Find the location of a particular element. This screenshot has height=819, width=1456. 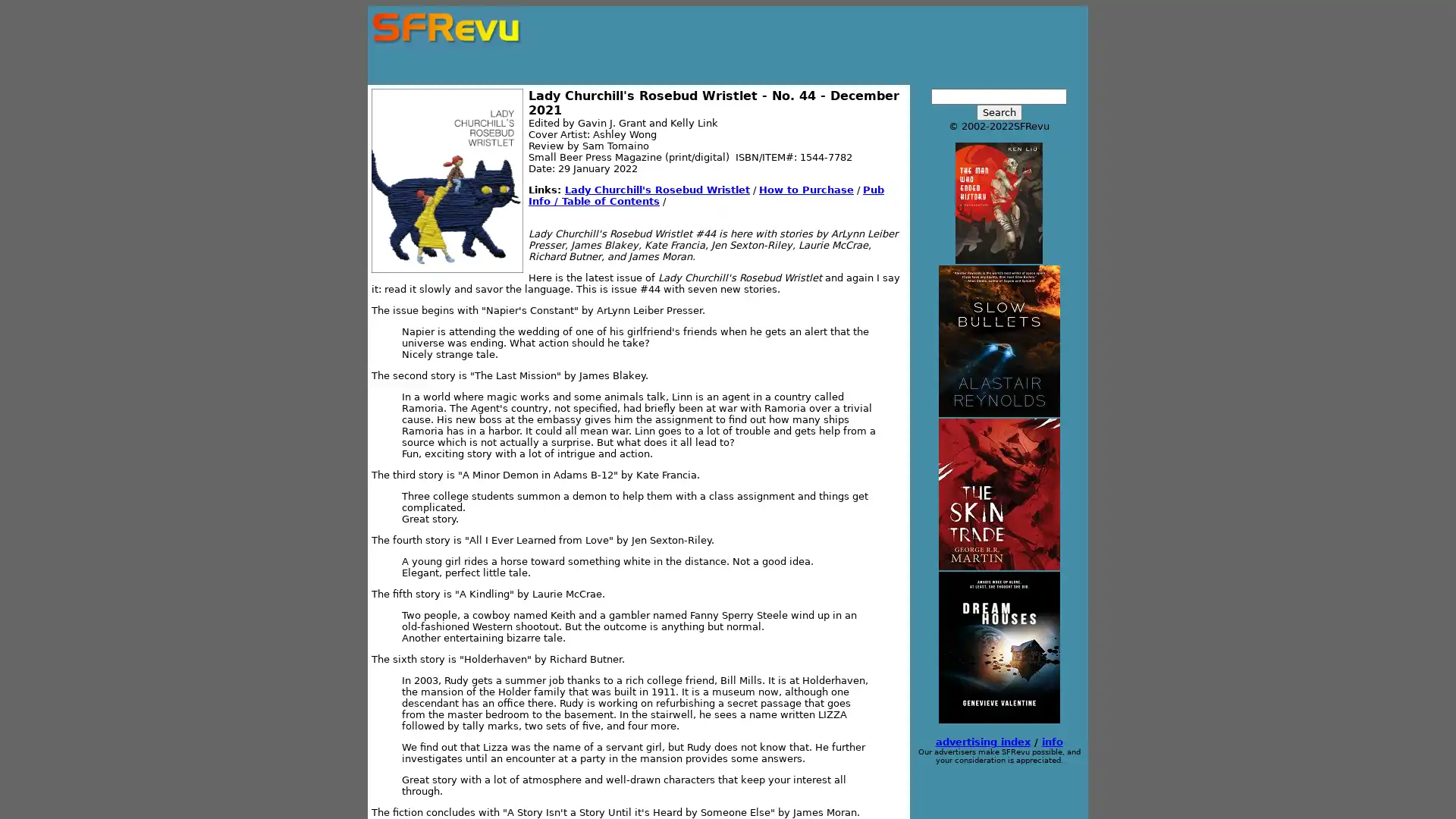

Search is located at coordinates (998, 111).